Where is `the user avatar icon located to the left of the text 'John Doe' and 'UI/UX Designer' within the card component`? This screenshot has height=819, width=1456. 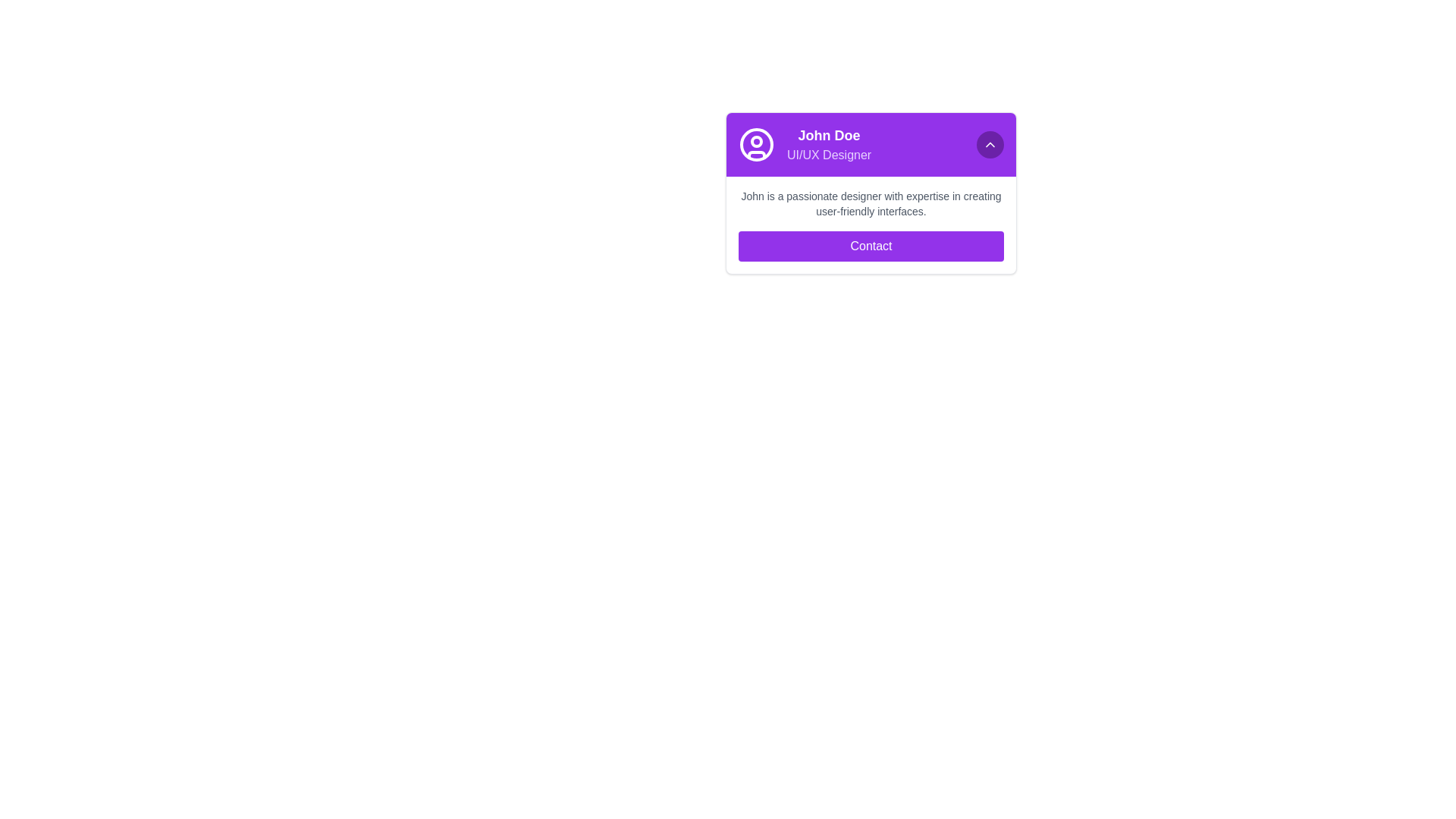 the user avatar icon located to the left of the text 'John Doe' and 'UI/UX Designer' within the card component is located at coordinates (757, 145).